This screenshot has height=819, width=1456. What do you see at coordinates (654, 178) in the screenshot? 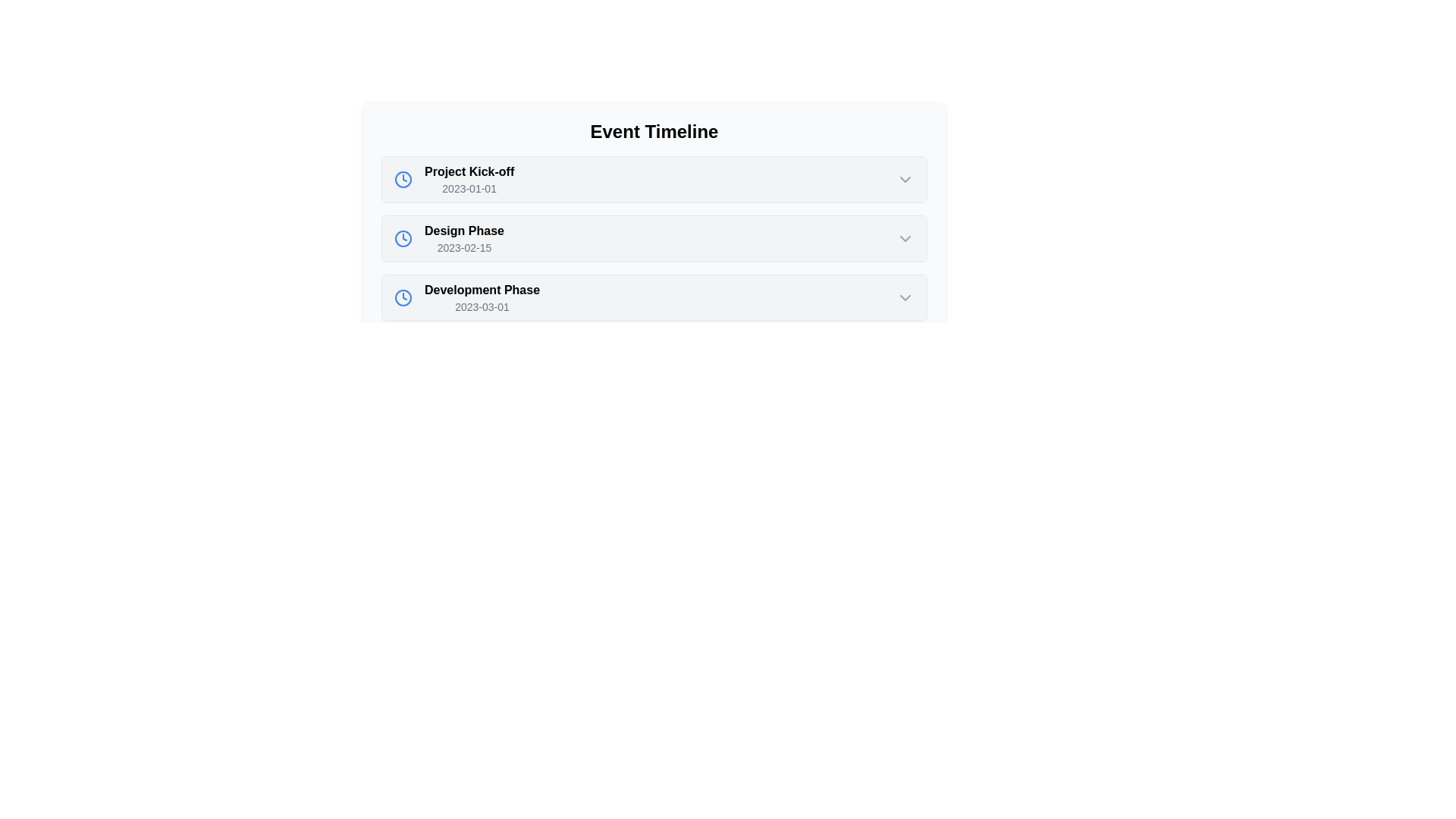
I see `the first timeline entry in the 'Event Timeline' section titled 'Project Kick-off'` at bounding box center [654, 178].